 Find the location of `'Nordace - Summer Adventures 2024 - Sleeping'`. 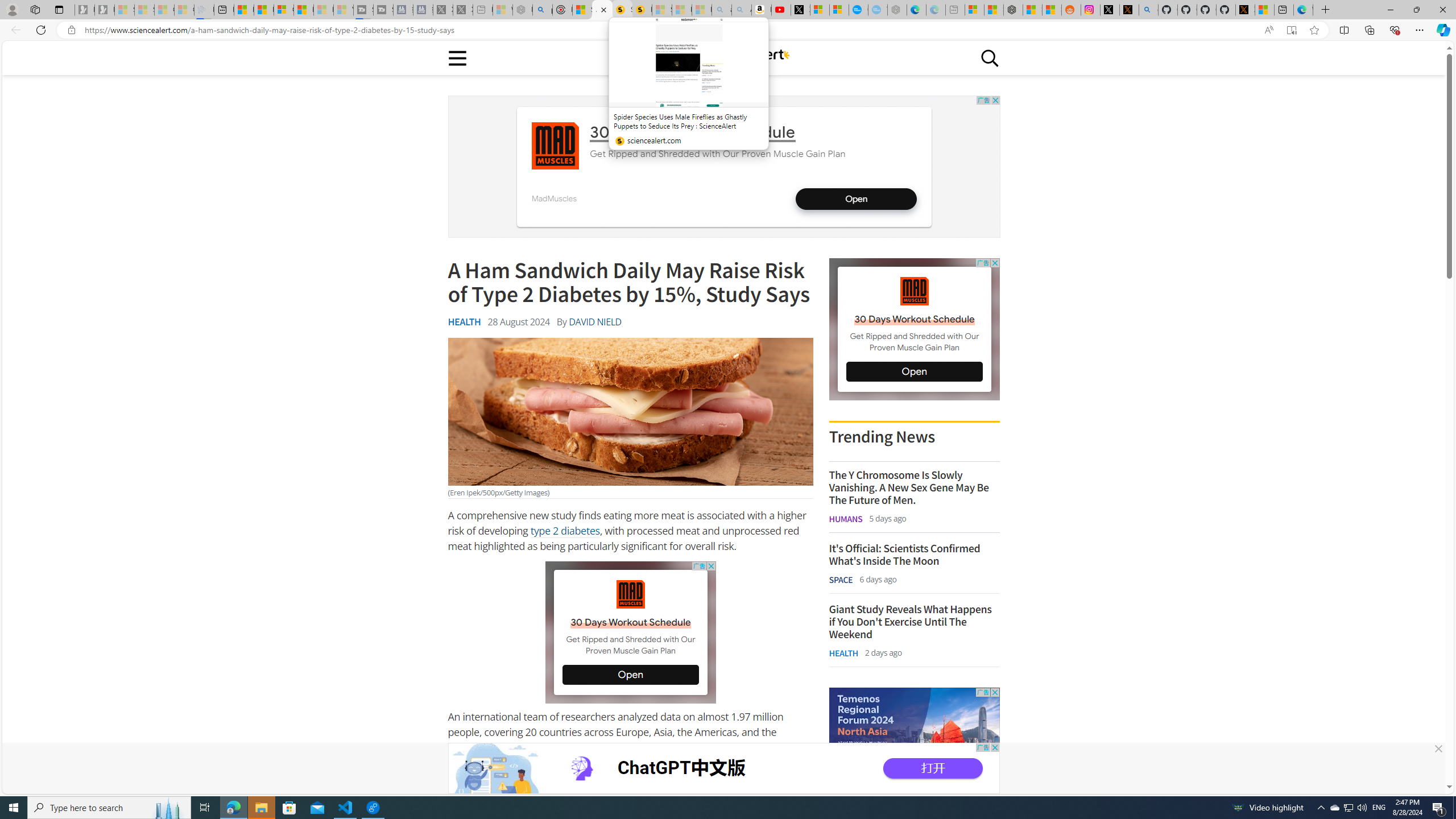

'Nordace - Summer Adventures 2024 - Sleeping' is located at coordinates (522, 9).